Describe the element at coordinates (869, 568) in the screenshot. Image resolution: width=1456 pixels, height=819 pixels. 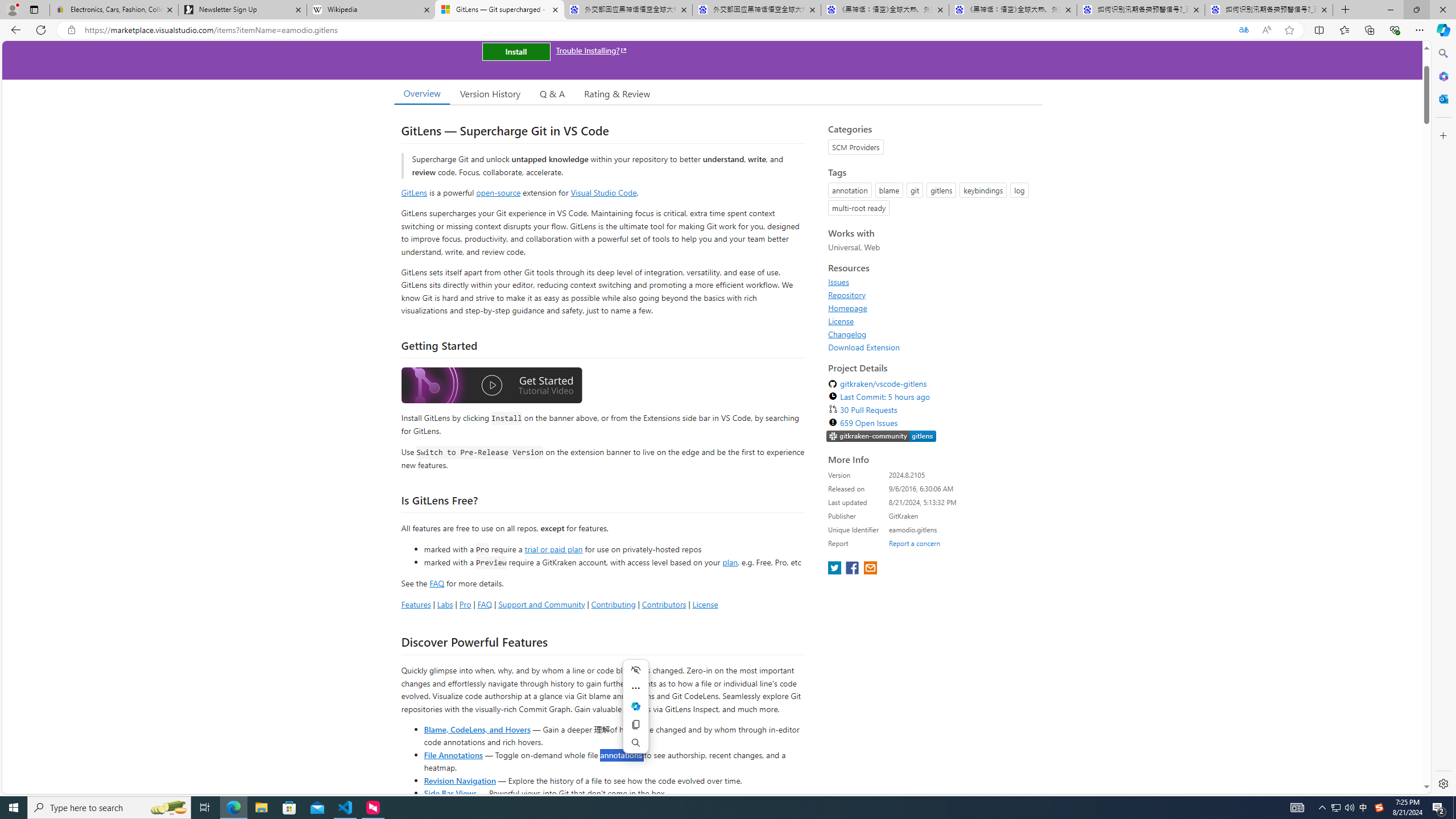
I see `'share extension on email'` at that location.